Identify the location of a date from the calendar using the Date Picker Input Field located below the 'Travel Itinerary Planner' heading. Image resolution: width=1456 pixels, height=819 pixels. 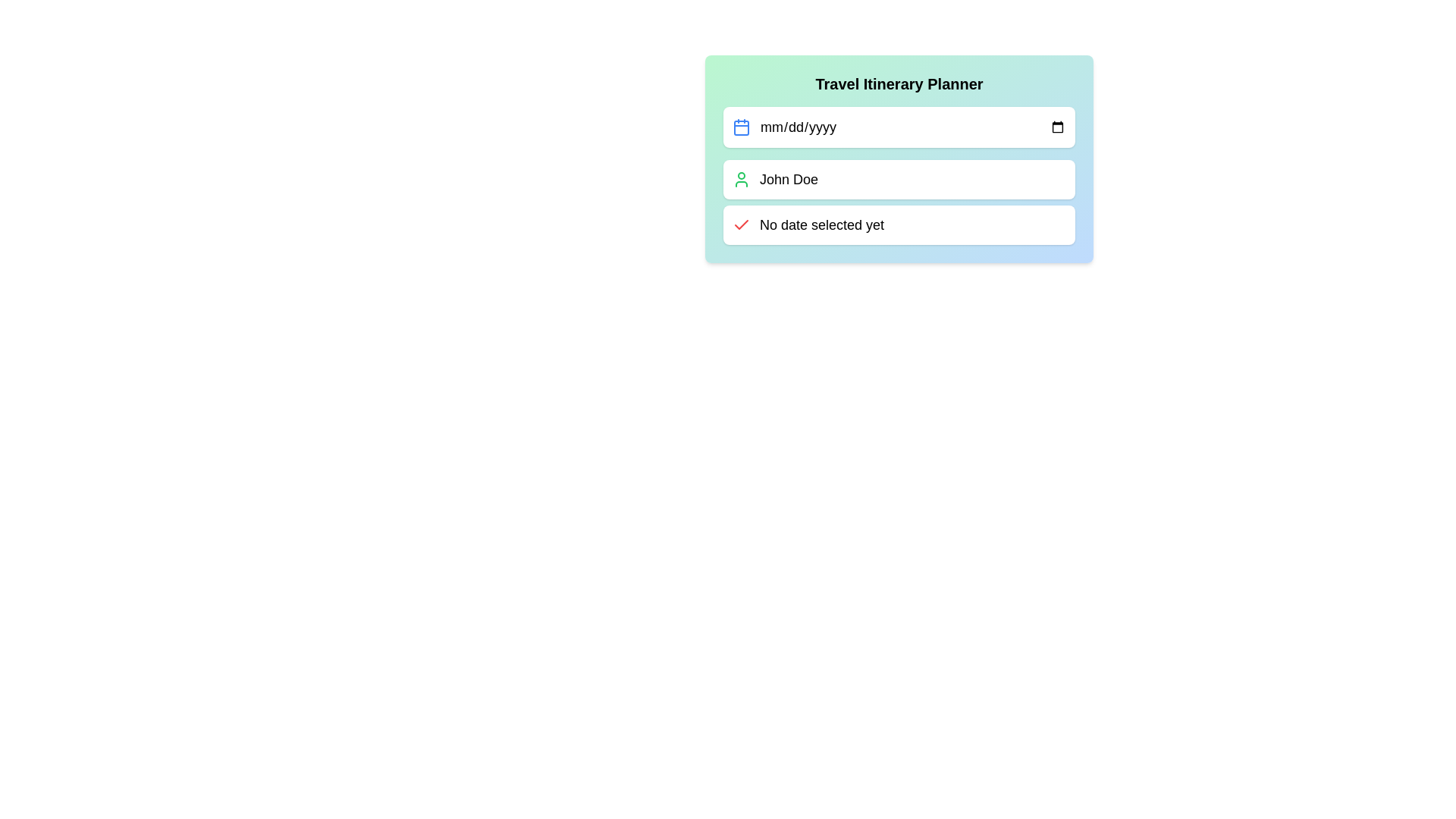
(899, 127).